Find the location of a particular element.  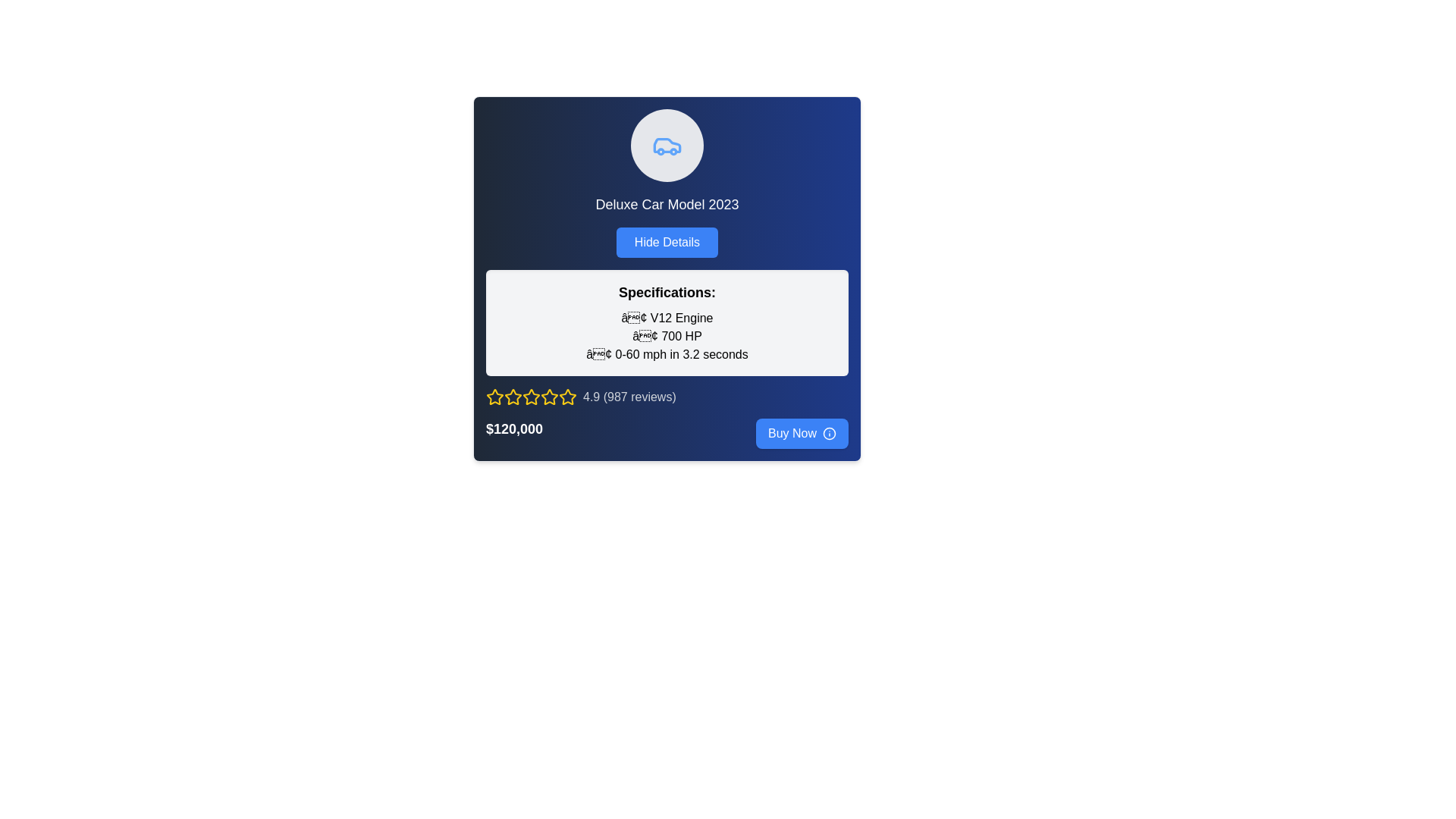

the textual representation of the rating score and number of reviews, which is located to the right of the yellow rating stars in the card interface is located at coordinates (629, 397).